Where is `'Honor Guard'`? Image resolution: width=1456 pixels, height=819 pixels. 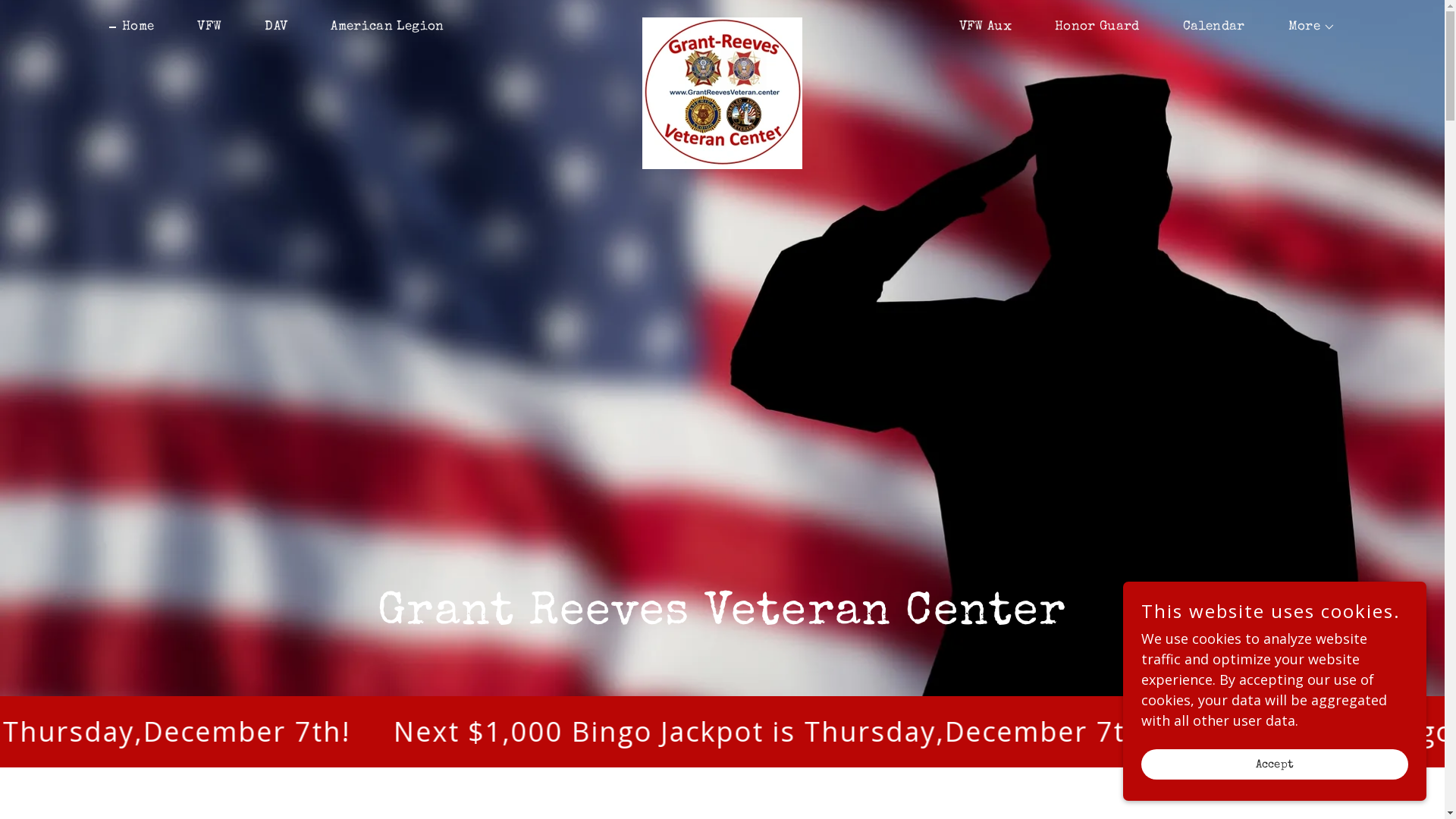 'Honor Guard' is located at coordinates (1090, 27).